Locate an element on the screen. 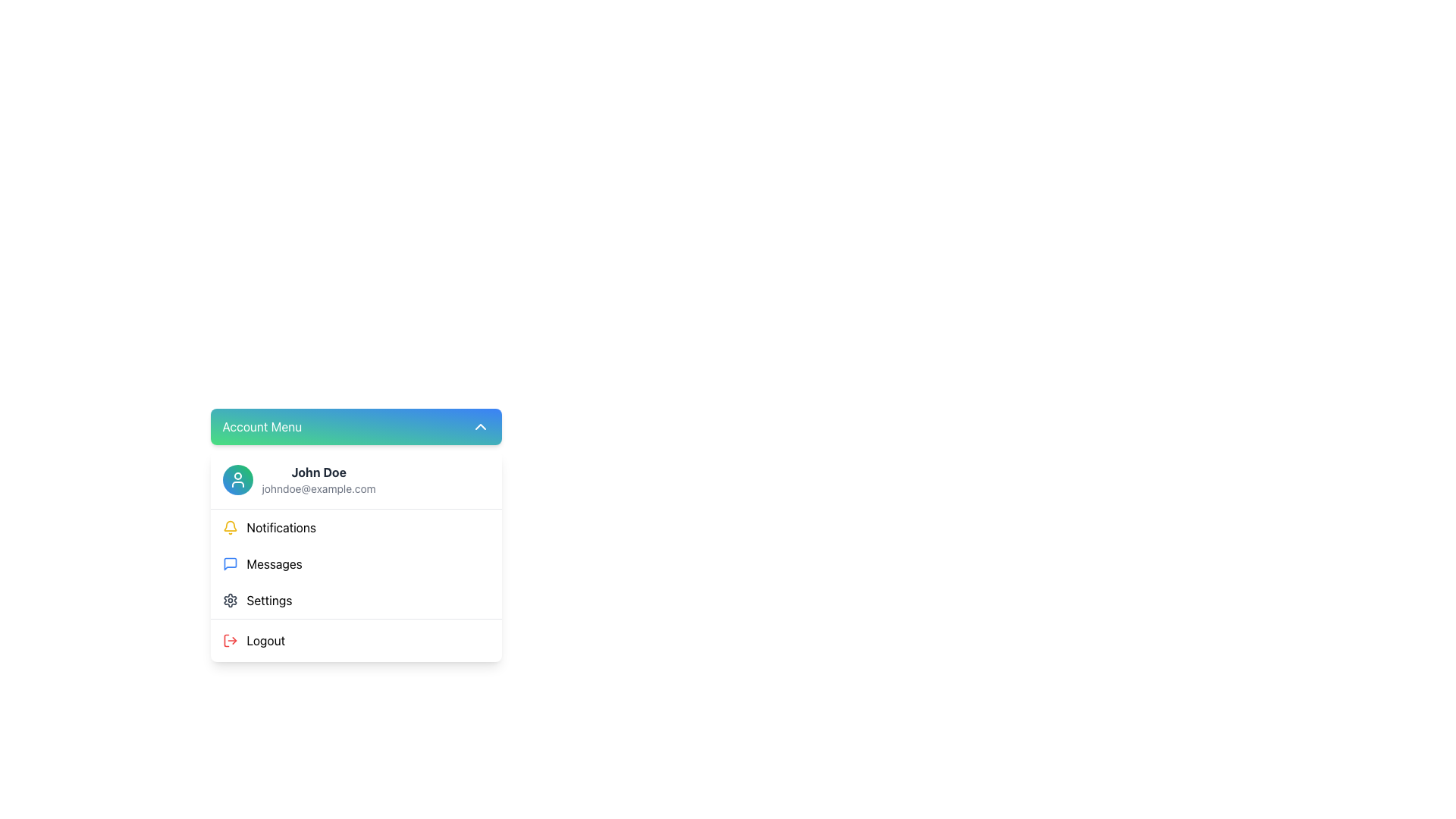 This screenshot has width=1456, height=819. the 'Messages' icon in the Account Menu dropdown, located to the left of the text label 'Messages' is located at coordinates (229, 564).